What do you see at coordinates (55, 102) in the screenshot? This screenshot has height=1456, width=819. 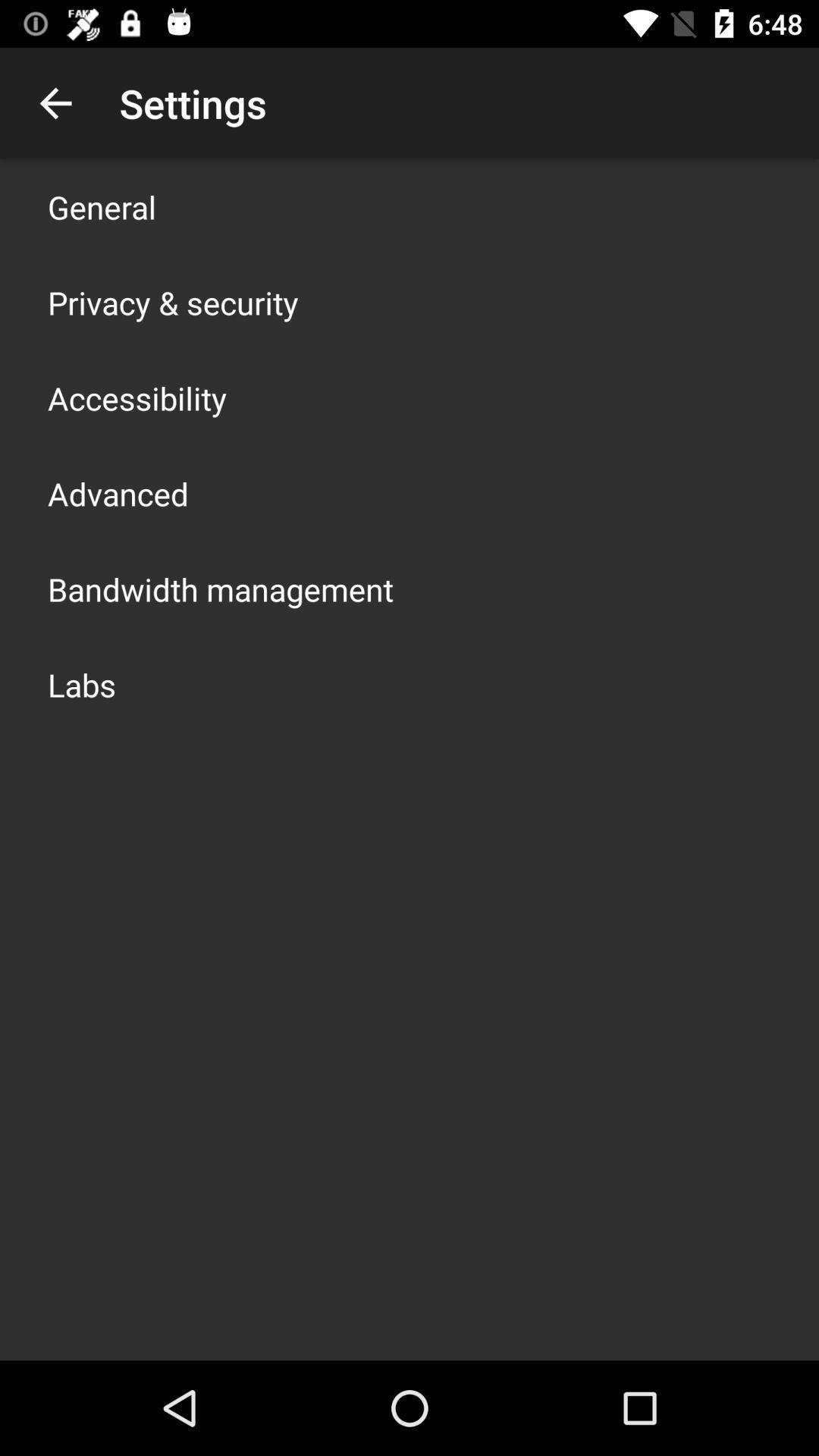 I see `the app above general item` at bounding box center [55, 102].